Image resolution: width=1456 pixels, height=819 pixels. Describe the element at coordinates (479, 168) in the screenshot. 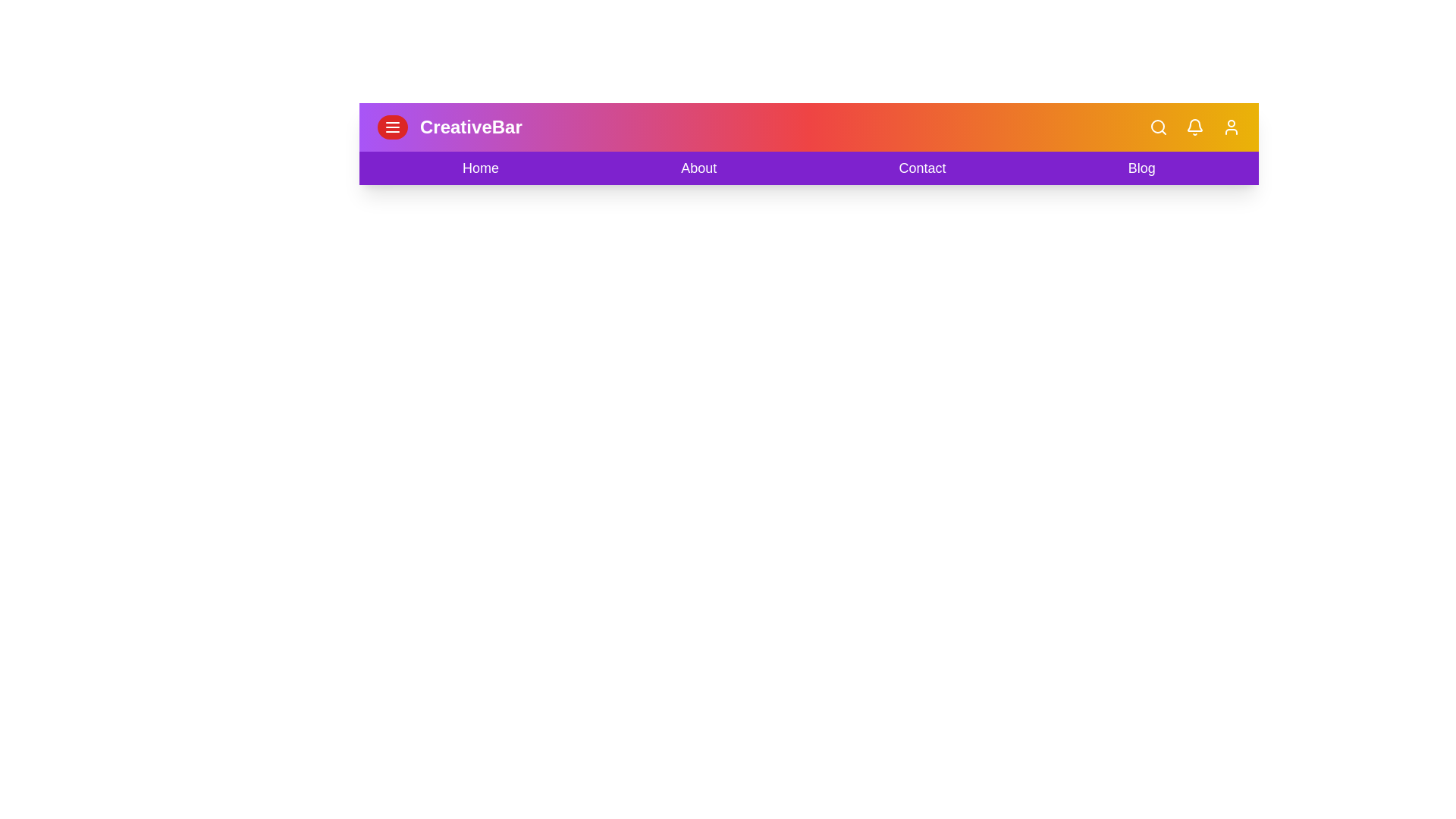

I see `the menu item Home to observe its hover effect` at that location.